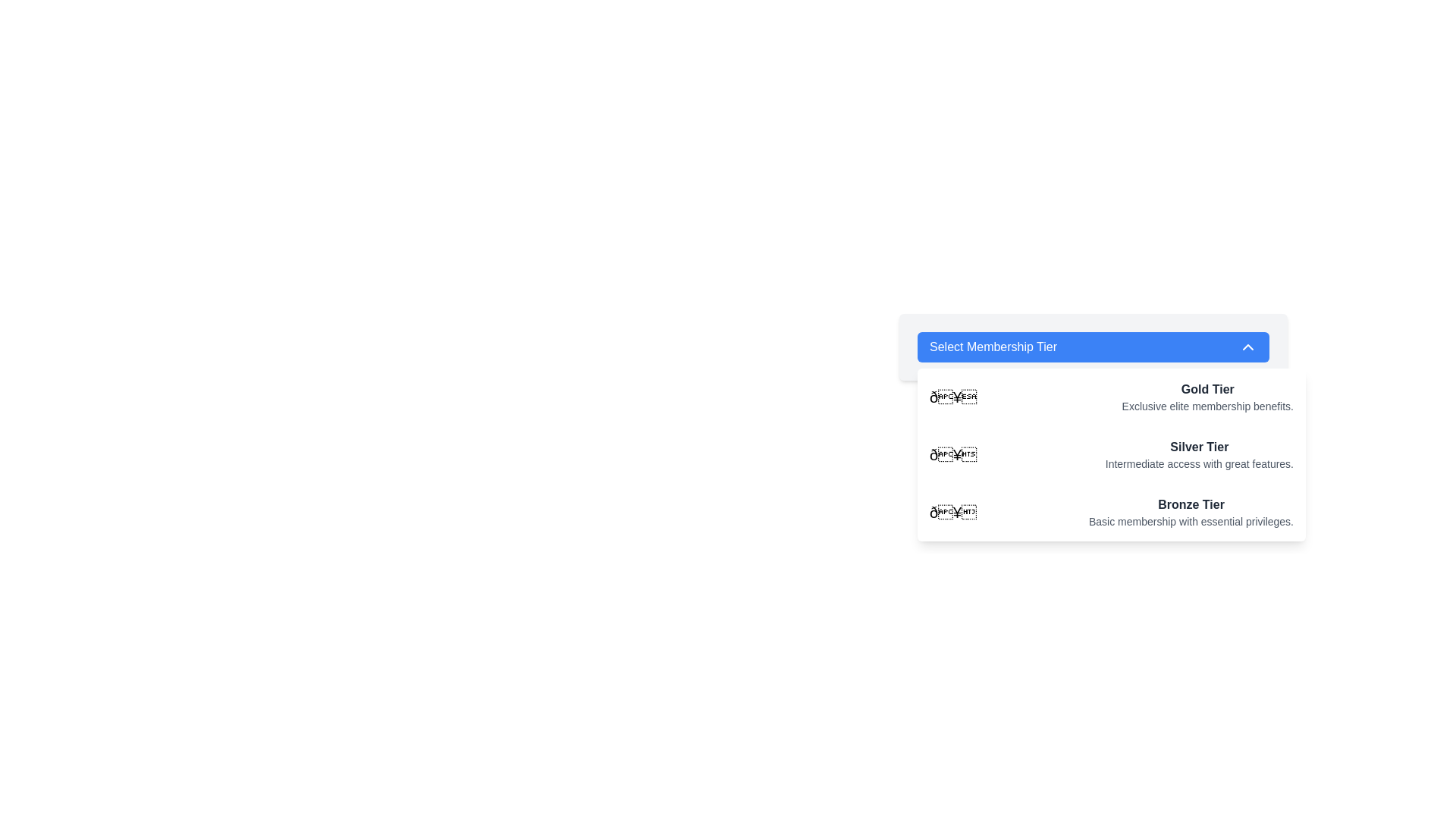  I want to click on text label 'Bronze Tier' which is the third item in the 'Select Membership Tier' list, positioned below 'Silver Tier' and above the next item, so click(1190, 512).